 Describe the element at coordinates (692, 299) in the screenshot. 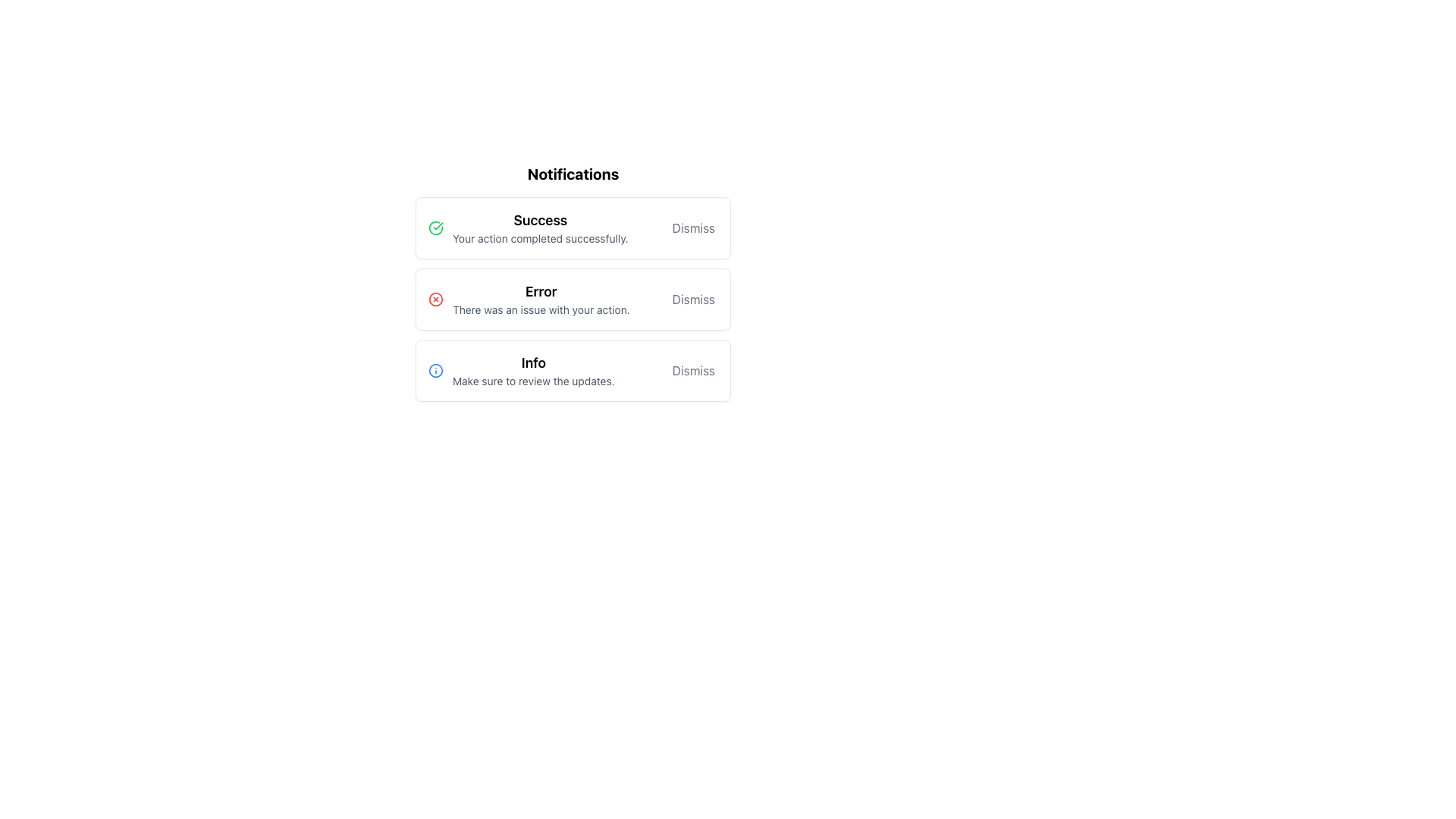

I see `the dismiss button located in the top-right corner of the second 'Error' notification` at that location.